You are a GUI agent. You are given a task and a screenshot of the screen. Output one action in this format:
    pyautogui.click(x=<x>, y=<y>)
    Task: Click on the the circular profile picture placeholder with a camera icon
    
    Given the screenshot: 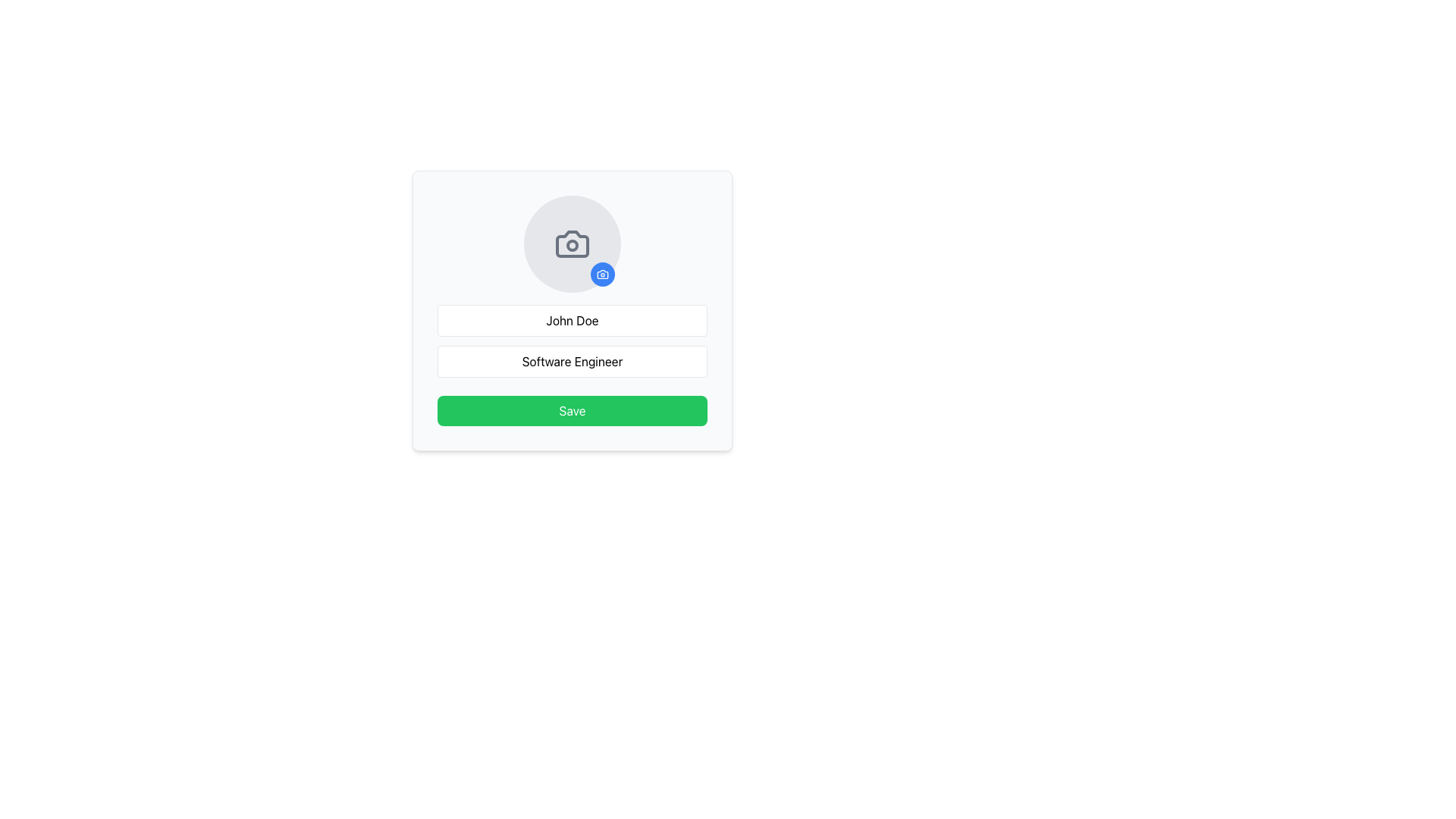 What is the action you would take?
    pyautogui.click(x=571, y=243)
    